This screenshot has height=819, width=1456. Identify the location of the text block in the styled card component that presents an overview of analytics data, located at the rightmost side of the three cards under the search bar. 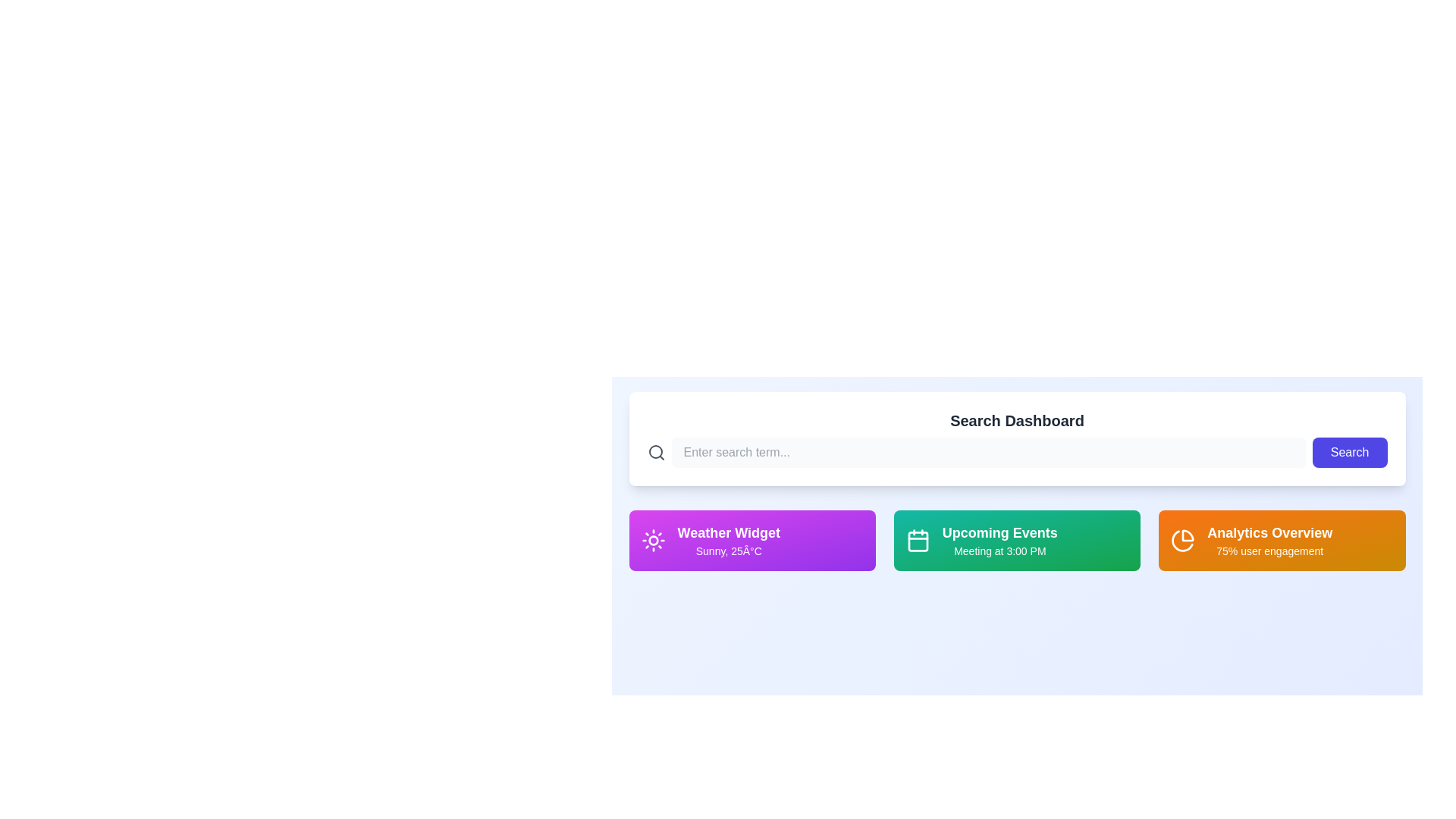
(1269, 540).